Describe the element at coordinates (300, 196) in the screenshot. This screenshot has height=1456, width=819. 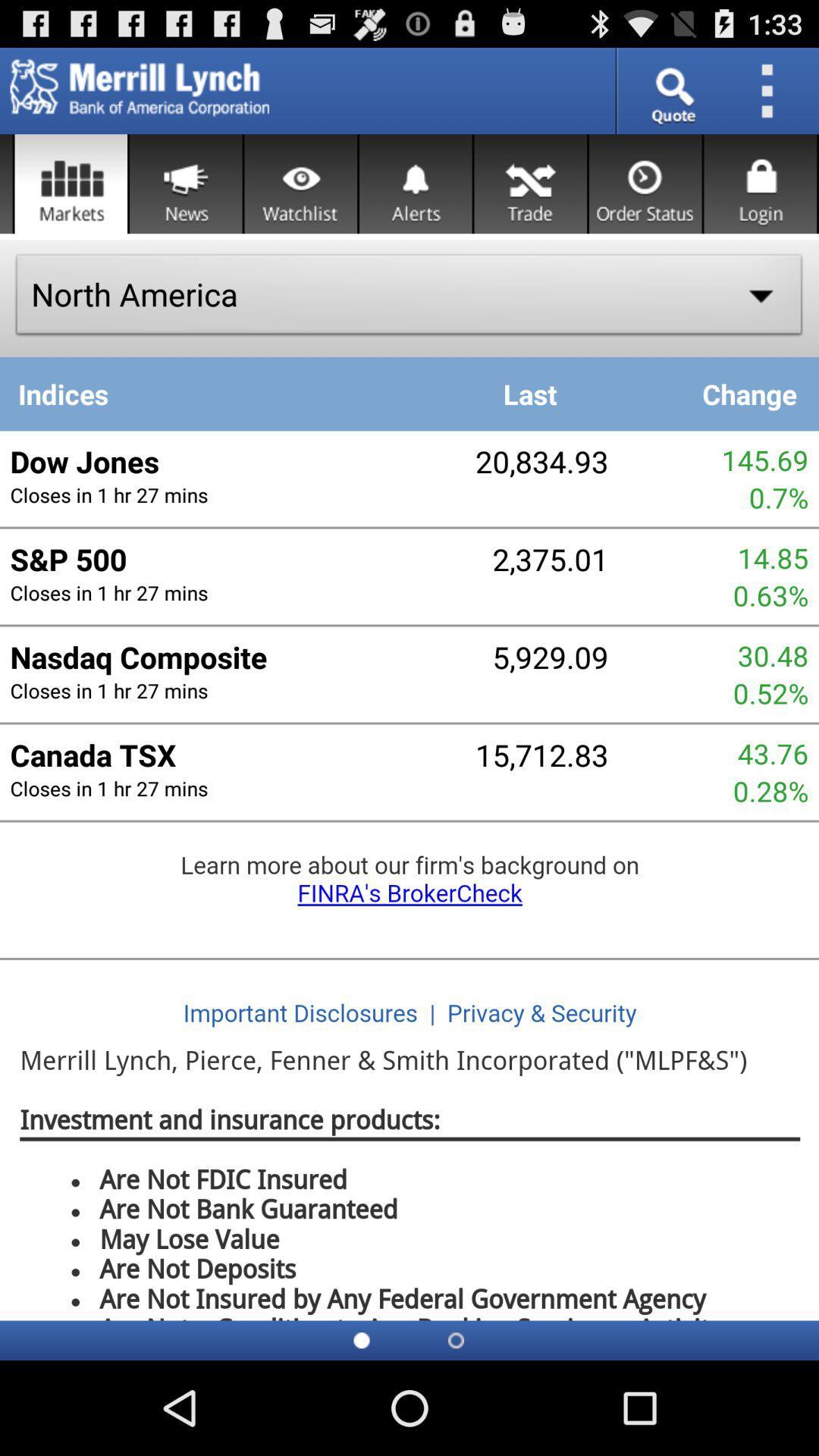
I see `the visibility icon` at that location.